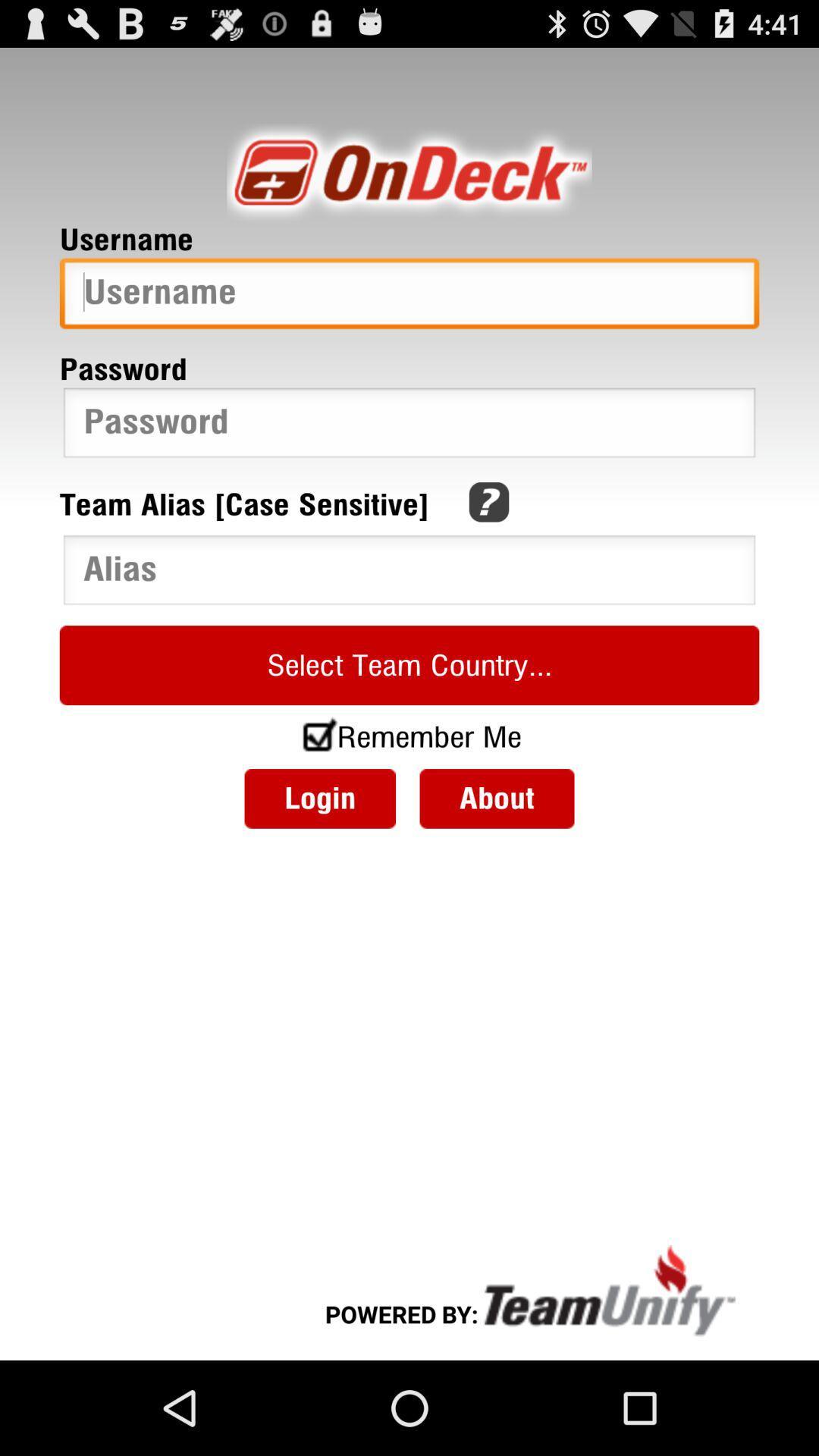 The image size is (819, 1456). Describe the element at coordinates (409, 573) in the screenshot. I see `team alias` at that location.